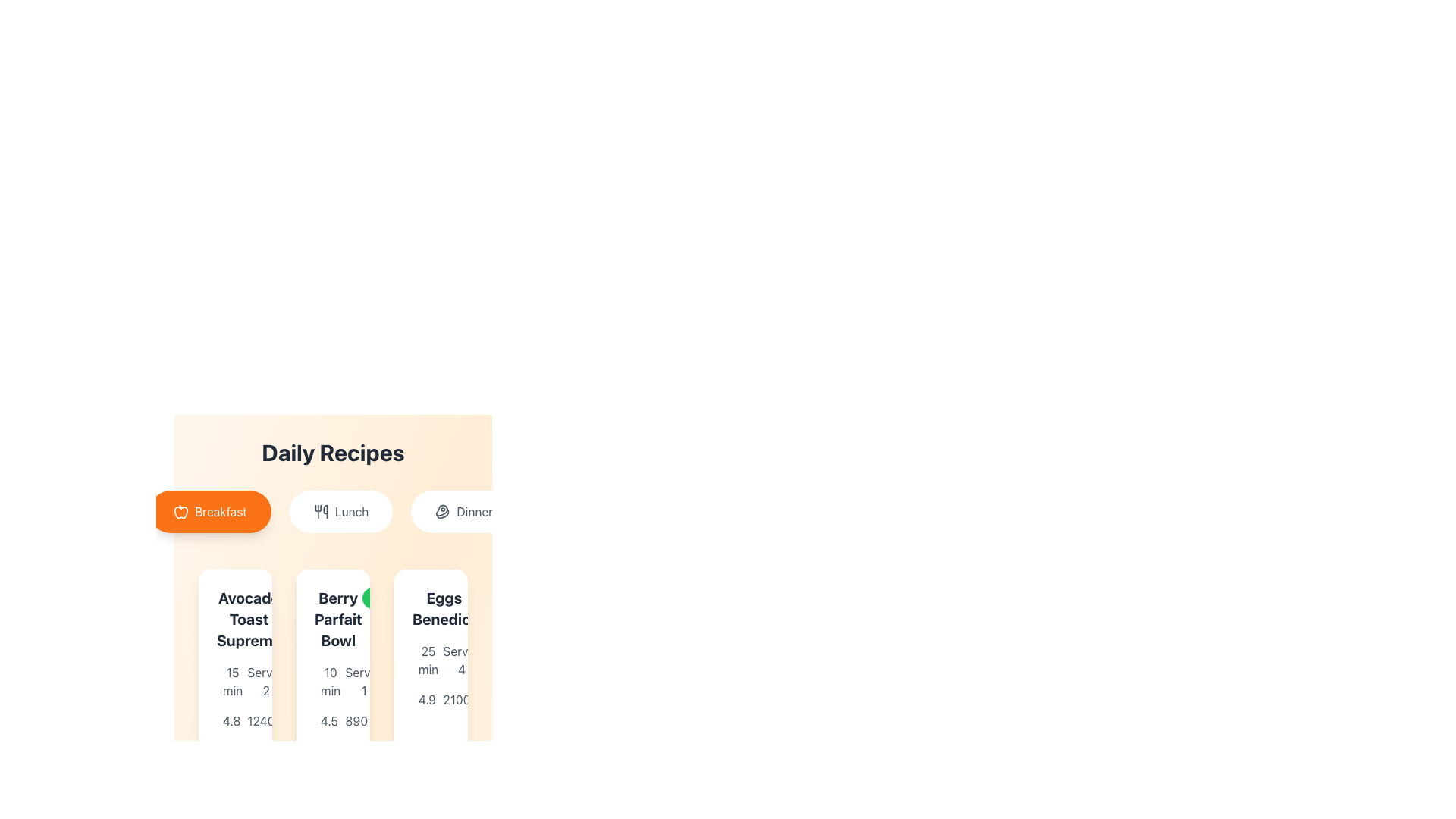 The image size is (1456, 819). What do you see at coordinates (332, 512) in the screenshot?
I see `the 'Lunch' filter button located beneath the 'Daily Recipes' title` at bounding box center [332, 512].